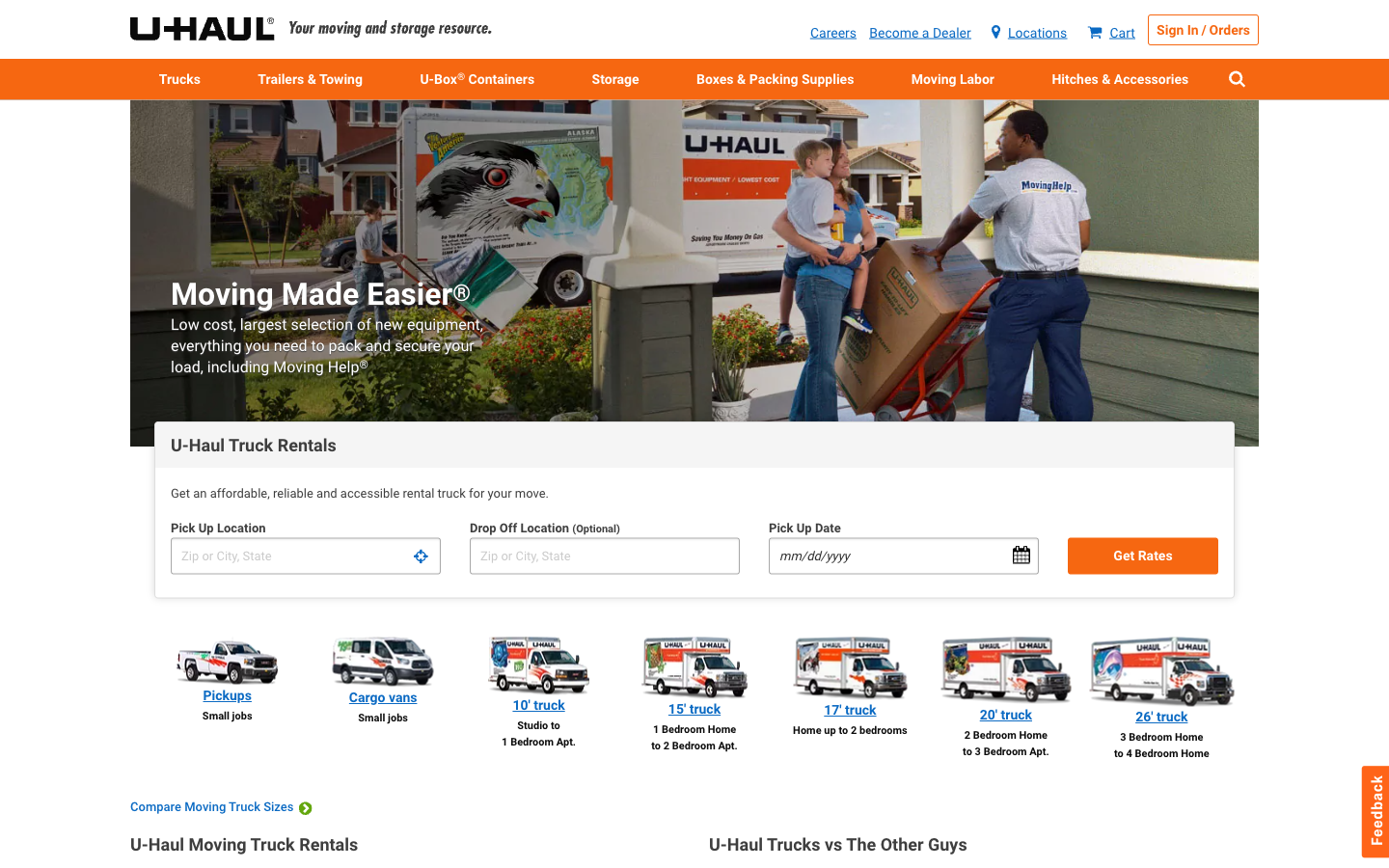  What do you see at coordinates (305, 556) in the screenshot?
I see `Obtain cost details for renting a truck with pick-up at location A and drop off at location B` at bounding box center [305, 556].